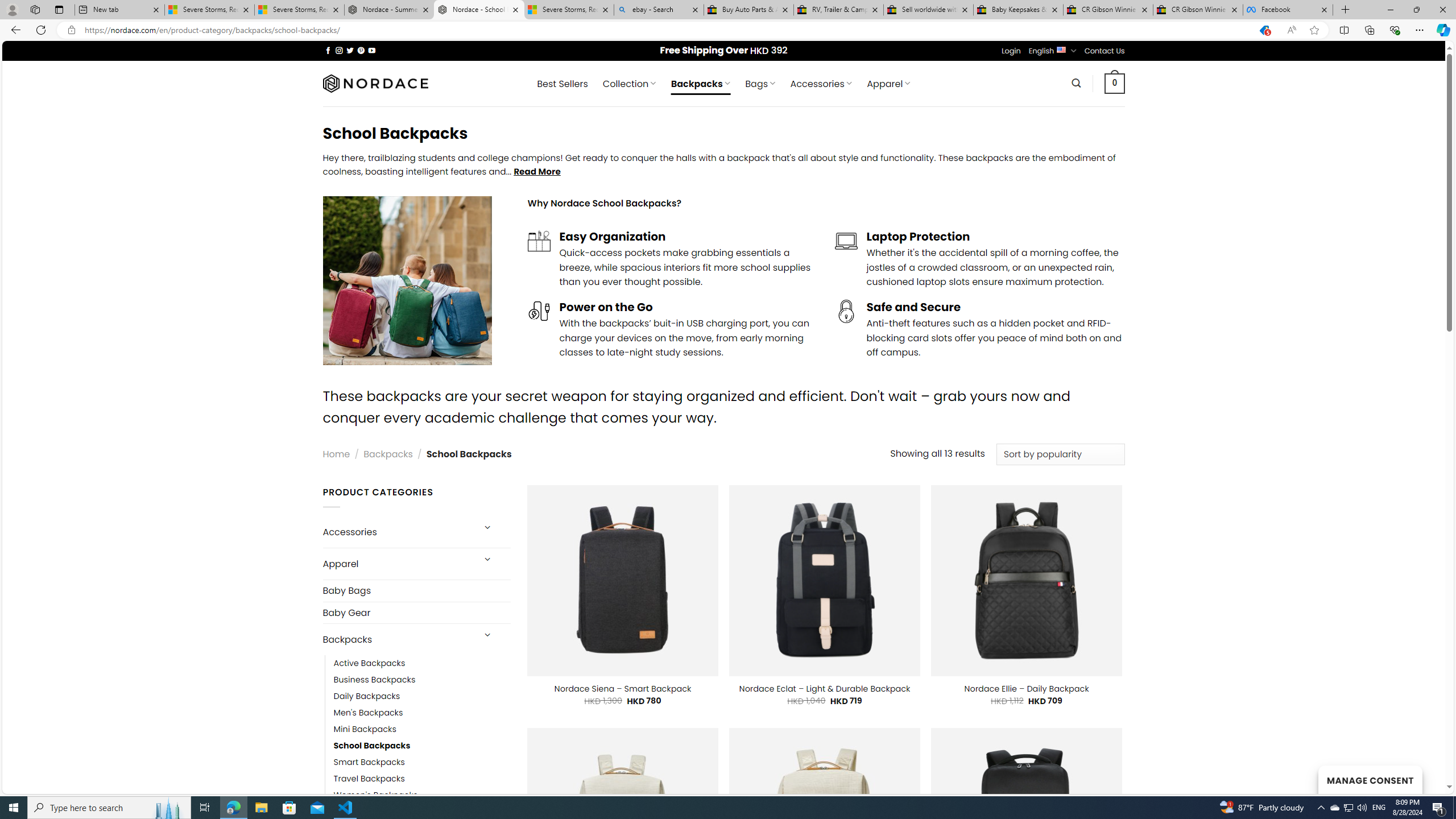 This screenshot has width=1456, height=819. I want to click on 'Baby Gear', so click(416, 612).